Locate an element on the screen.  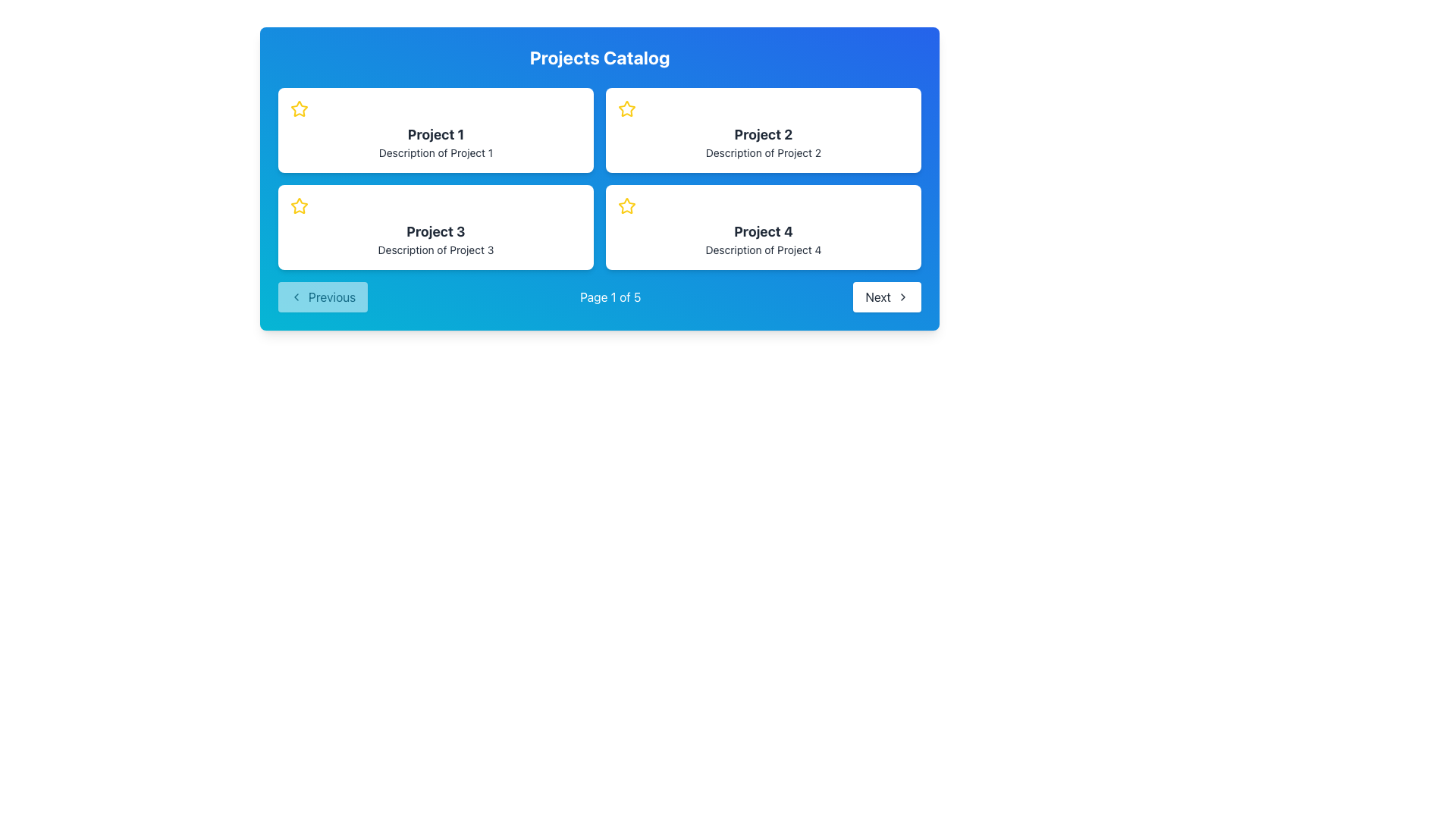
the third card titled 'Project 3' in the 'Projects Catalog' grid, which features a yellow star icon and a description below the title is located at coordinates (435, 227).